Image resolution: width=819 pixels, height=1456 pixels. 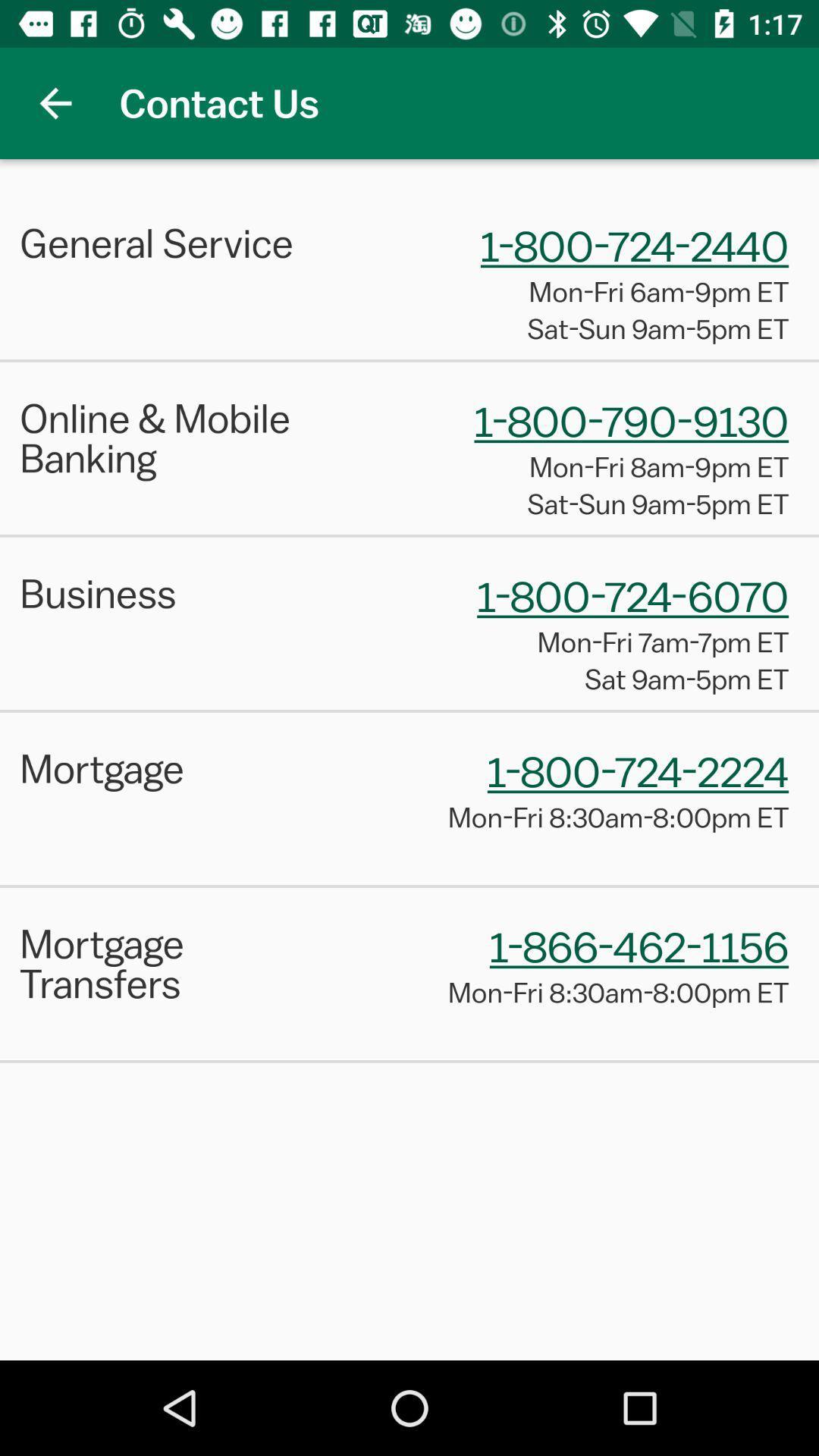 I want to click on the item below the sat sun 9am item, so click(x=409, y=535).